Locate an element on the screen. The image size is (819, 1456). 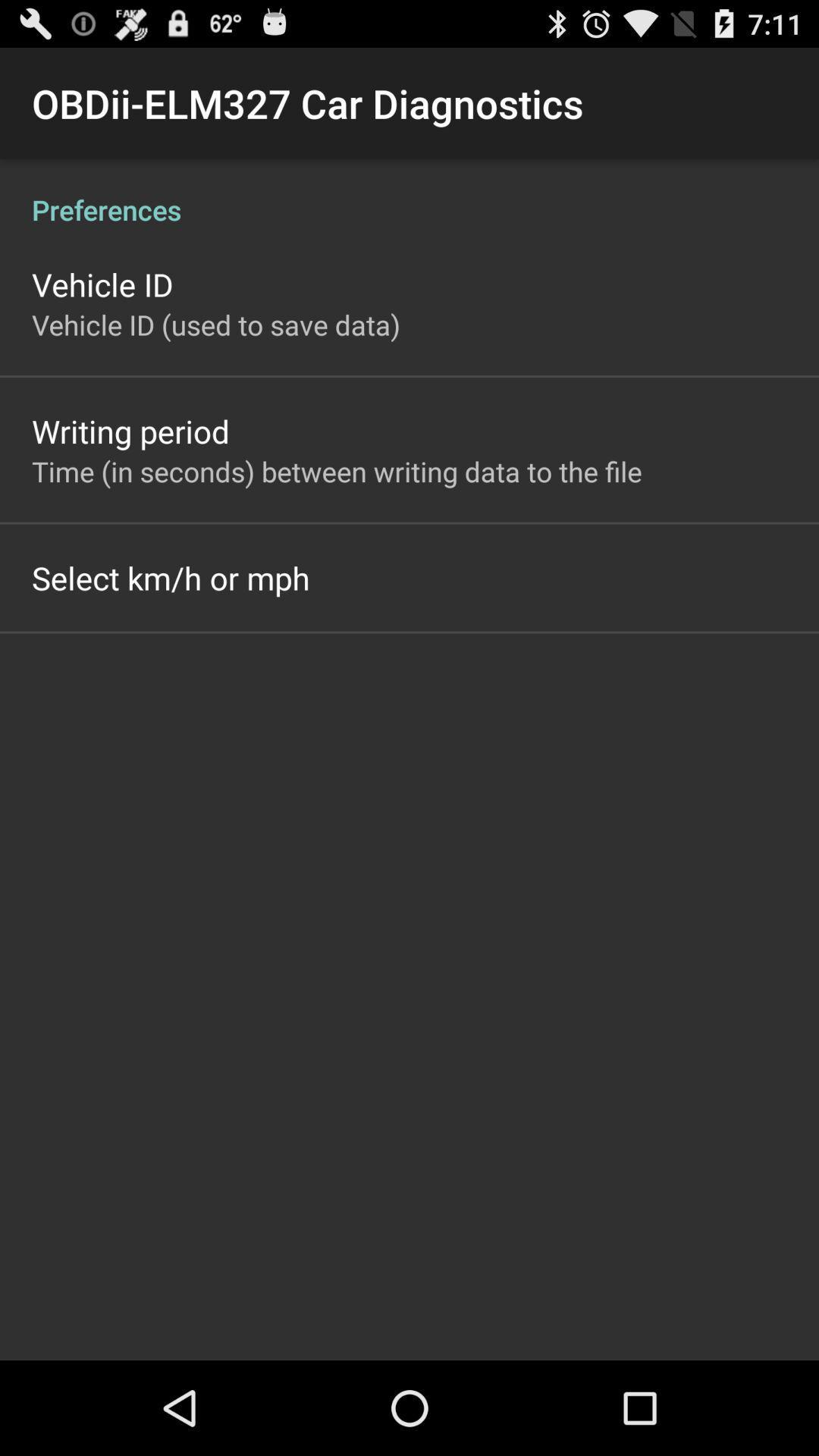
the icon above select km h is located at coordinates (336, 470).